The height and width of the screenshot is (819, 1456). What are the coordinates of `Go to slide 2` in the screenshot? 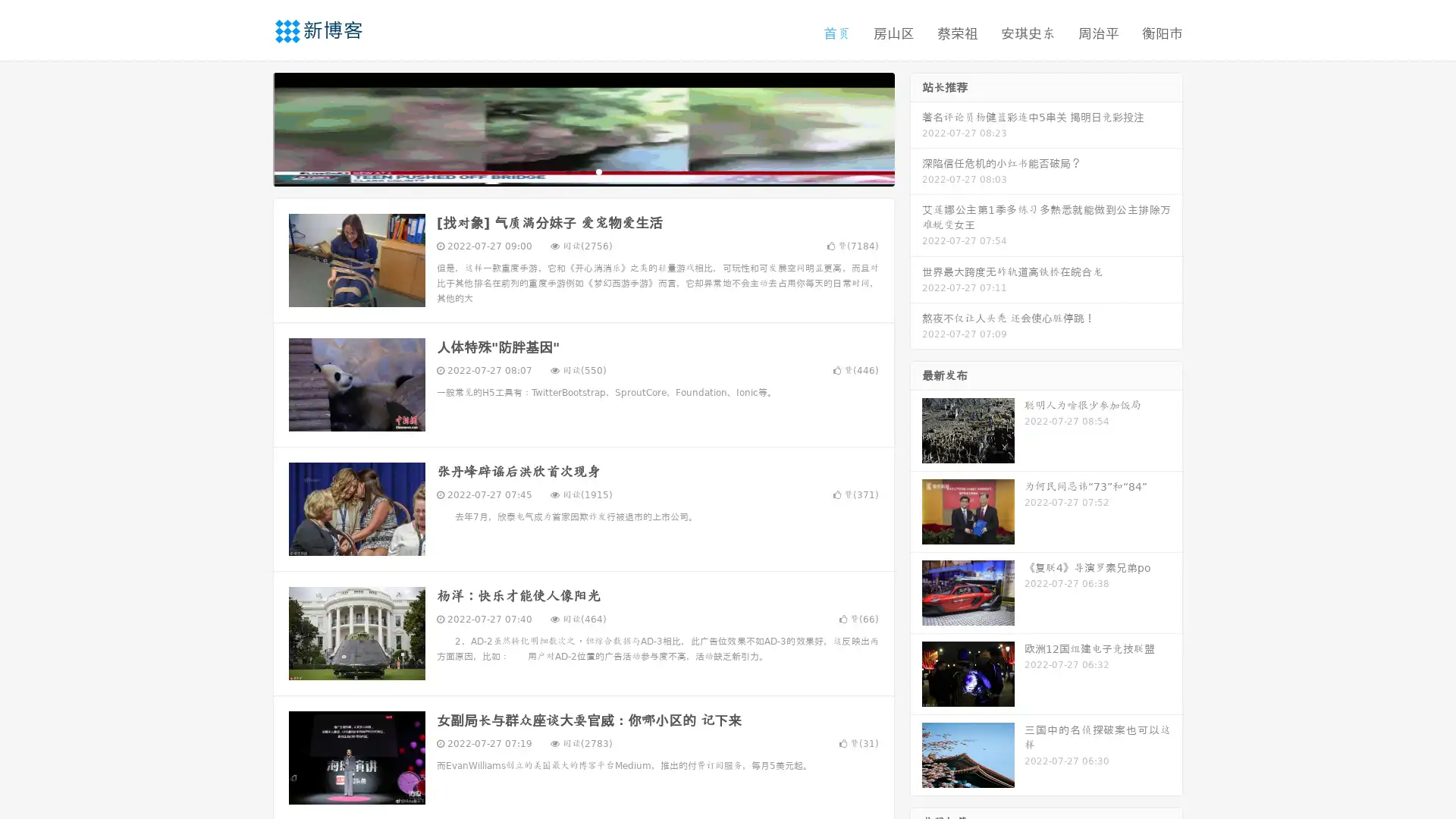 It's located at (582, 171).